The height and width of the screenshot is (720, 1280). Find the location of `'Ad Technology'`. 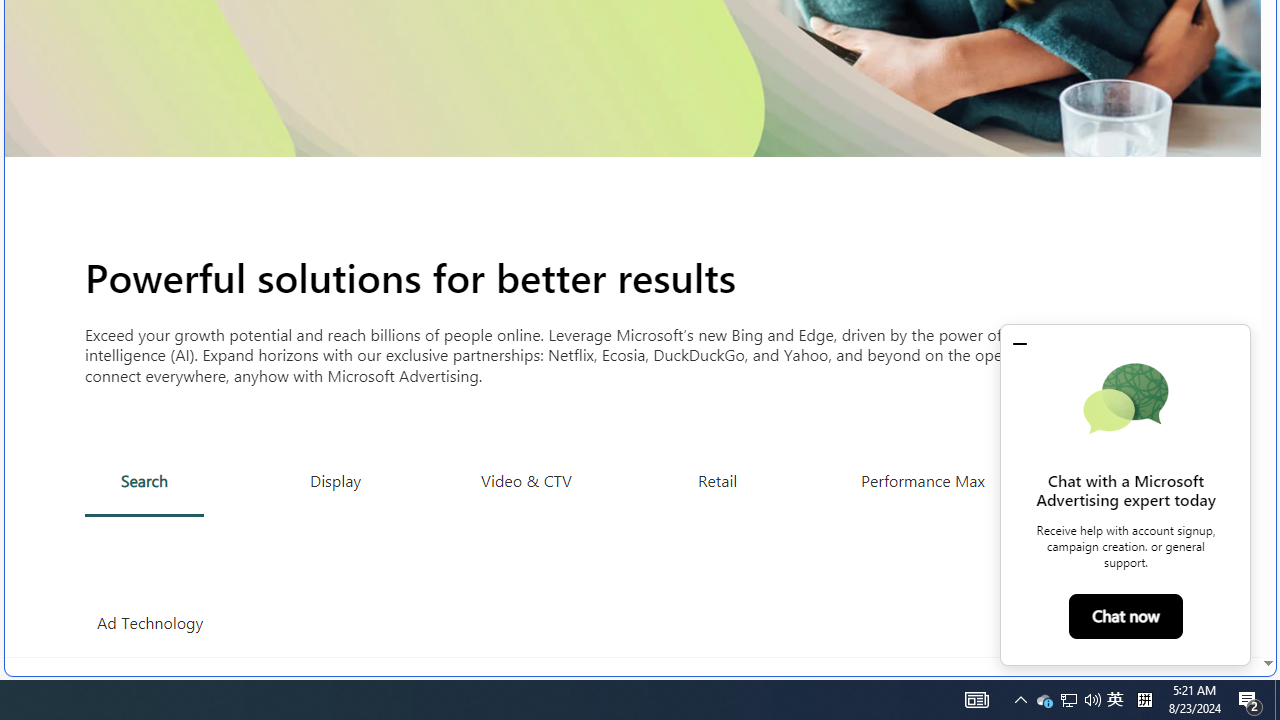

'Ad Technology' is located at coordinates (149, 622).